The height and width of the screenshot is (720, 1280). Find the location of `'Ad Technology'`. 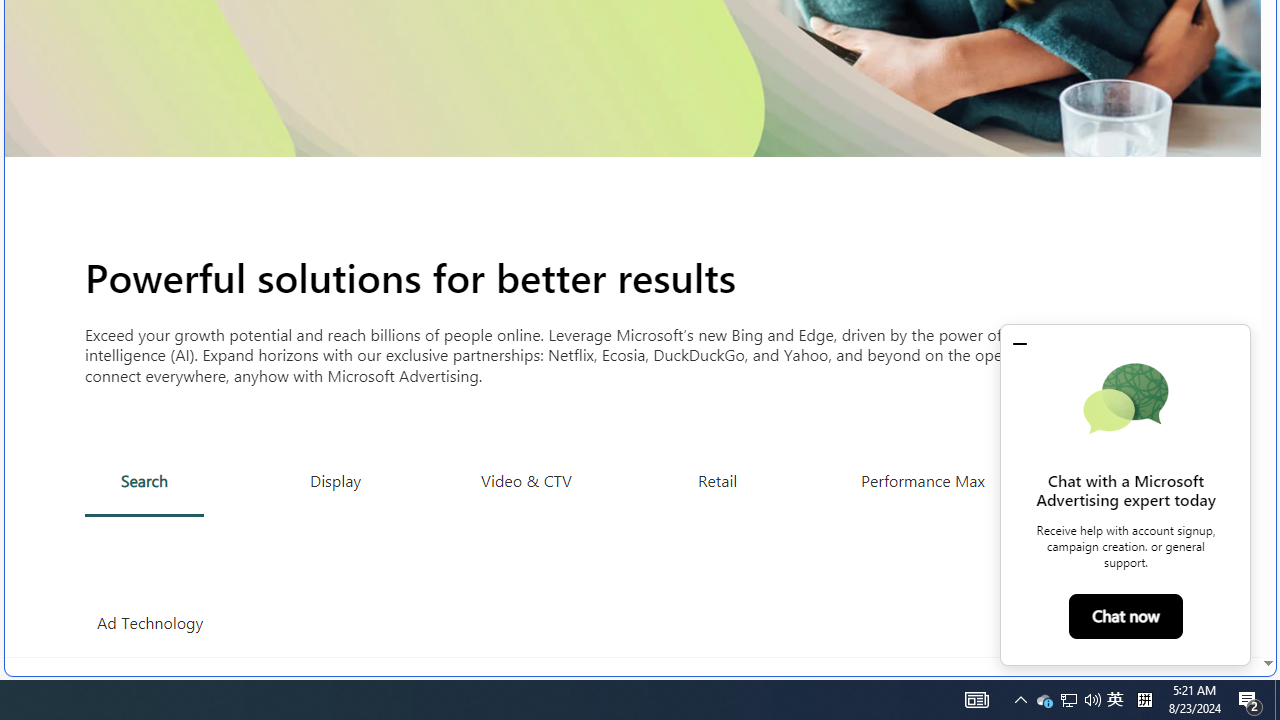

'Ad Technology' is located at coordinates (149, 622).